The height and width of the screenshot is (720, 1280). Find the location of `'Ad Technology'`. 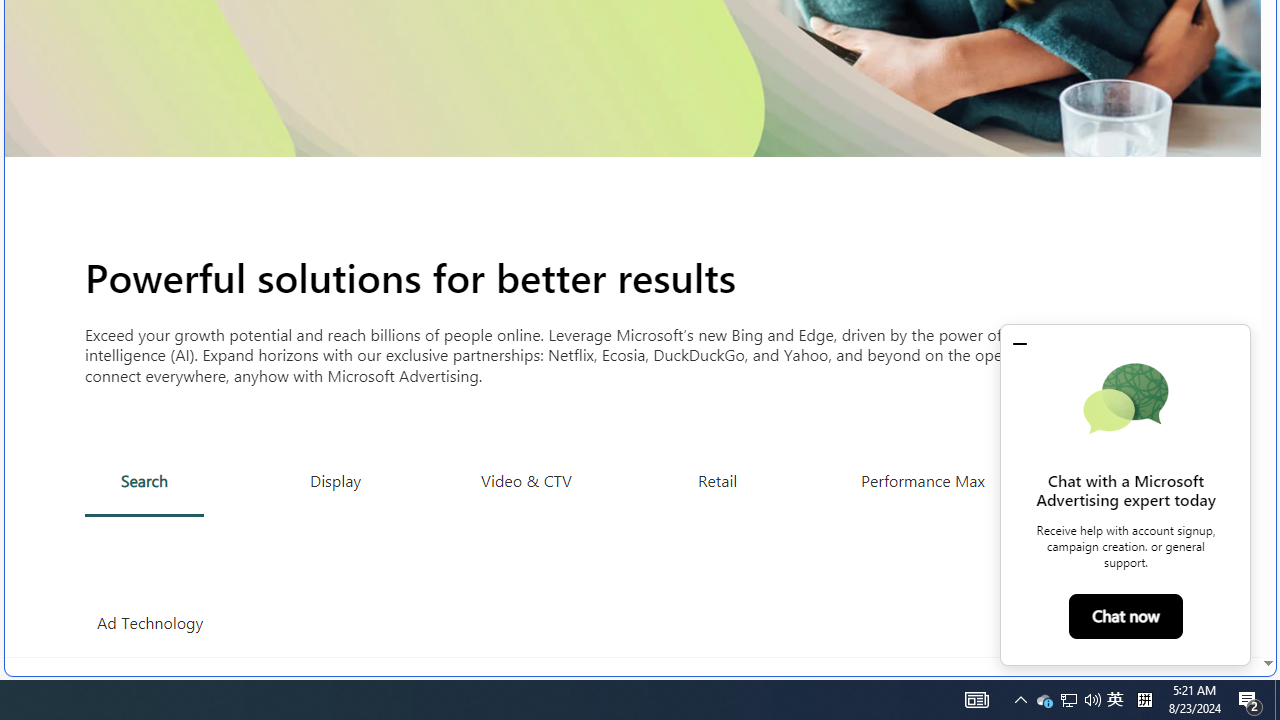

'Ad Technology' is located at coordinates (149, 622).